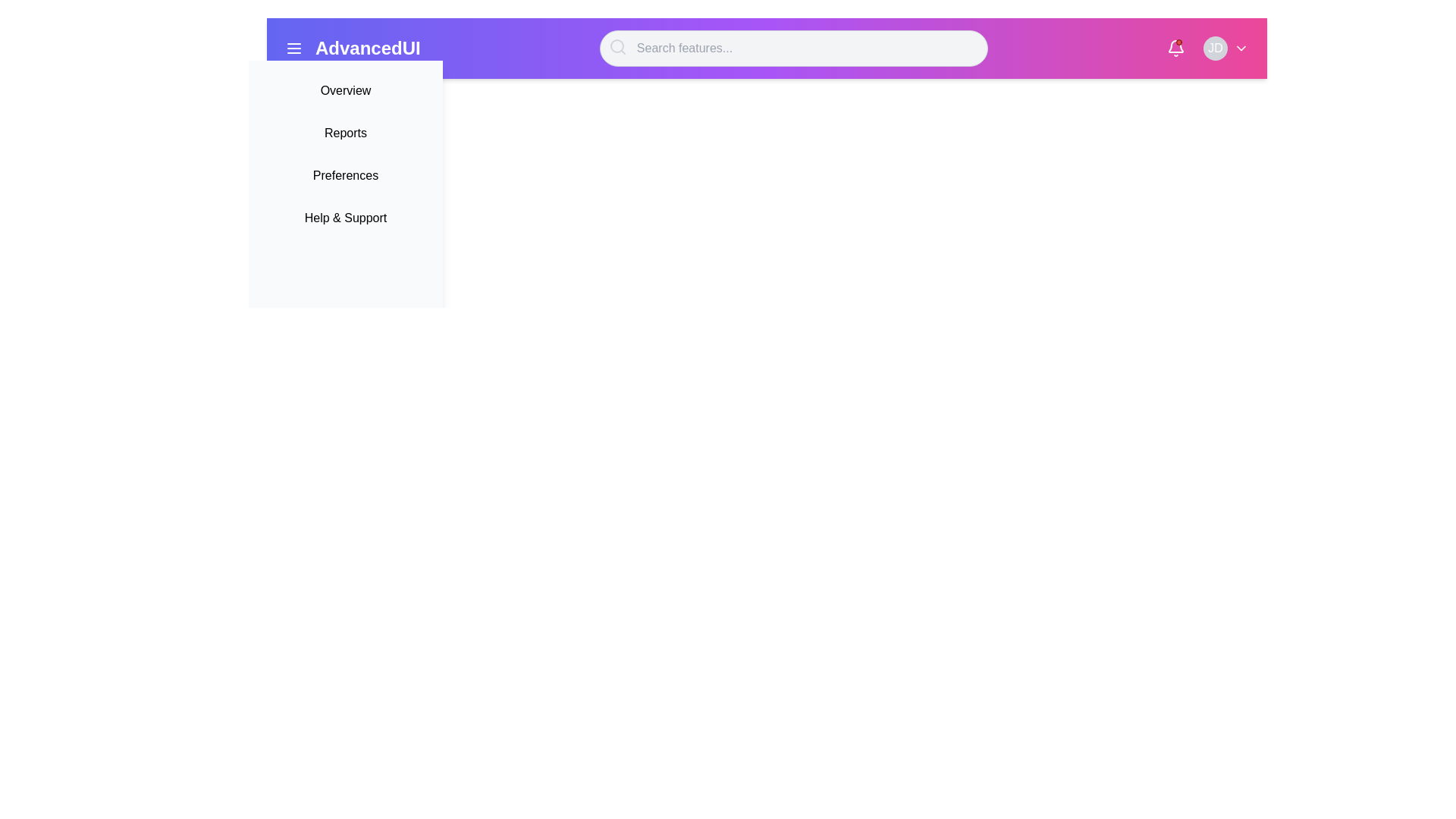 This screenshot has width=1456, height=819. I want to click on the navigation menu button located to the left of the 'AdvancedUI' text, so click(294, 48).